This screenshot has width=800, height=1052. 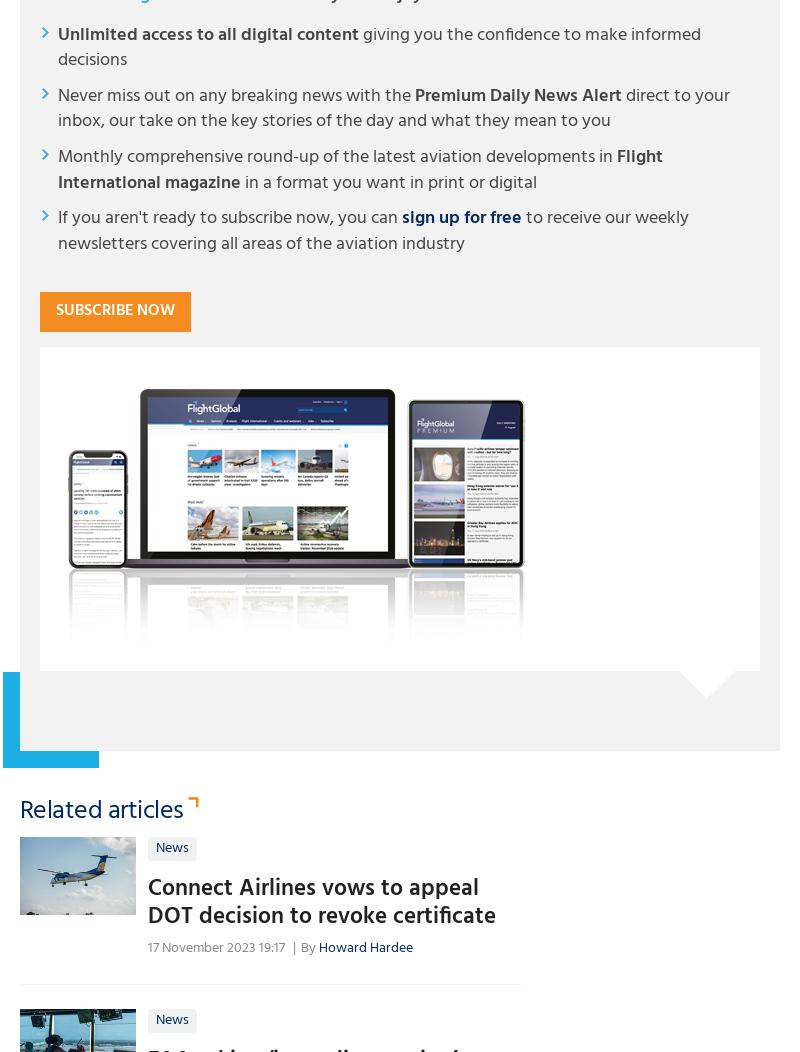 What do you see at coordinates (100, 810) in the screenshot?
I see `'Related articles'` at bounding box center [100, 810].